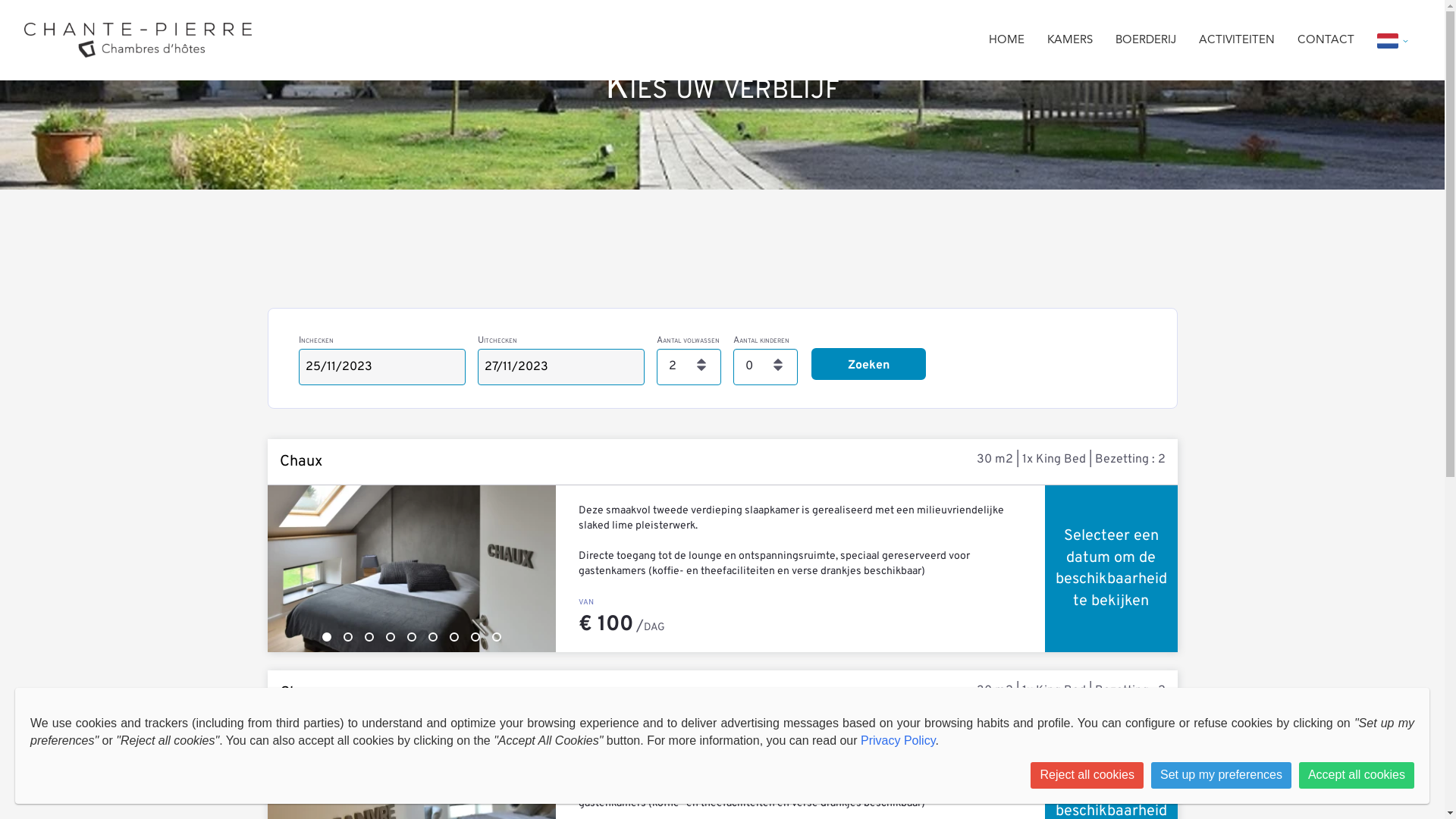 Image resolution: width=1456 pixels, height=819 pixels. What do you see at coordinates (868, 363) in the screenshot?
I see `'Zoeken'` at bounding box center [868, 363].